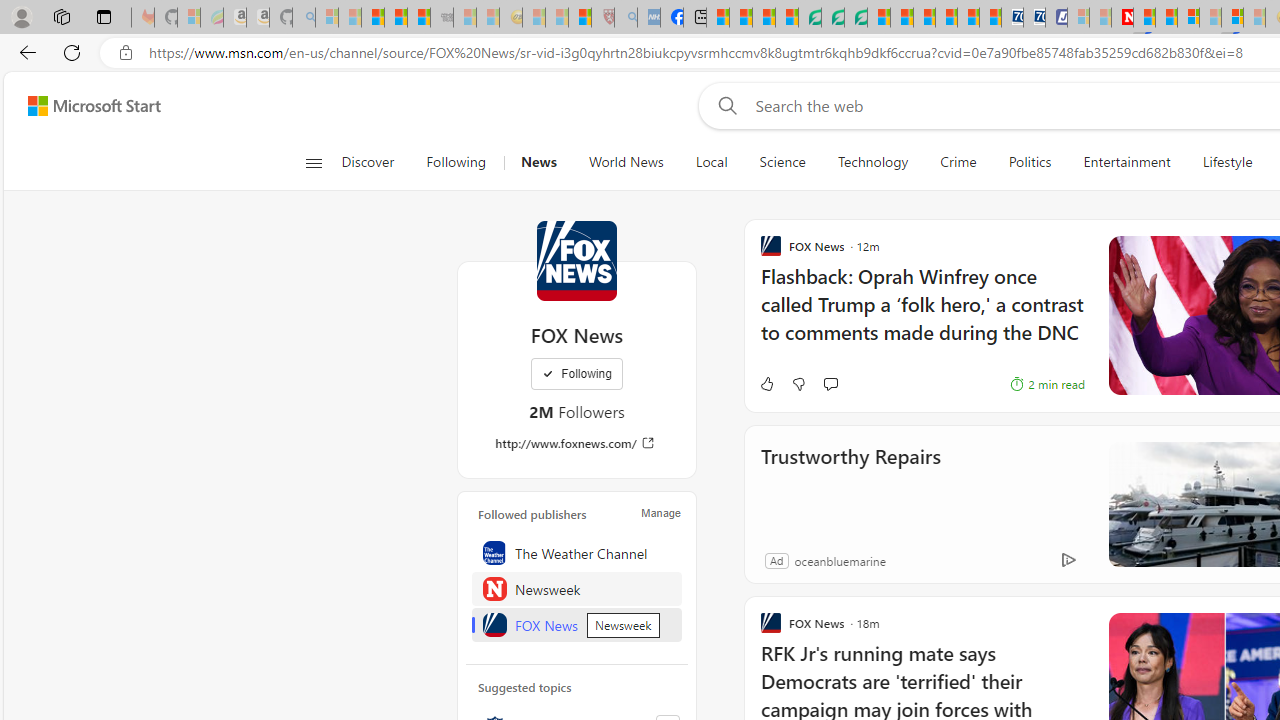 The image size is (1280, 720). I want to click on 'New Report Confirms 2023 Was Record Hot | Watch', so click(418, 17).